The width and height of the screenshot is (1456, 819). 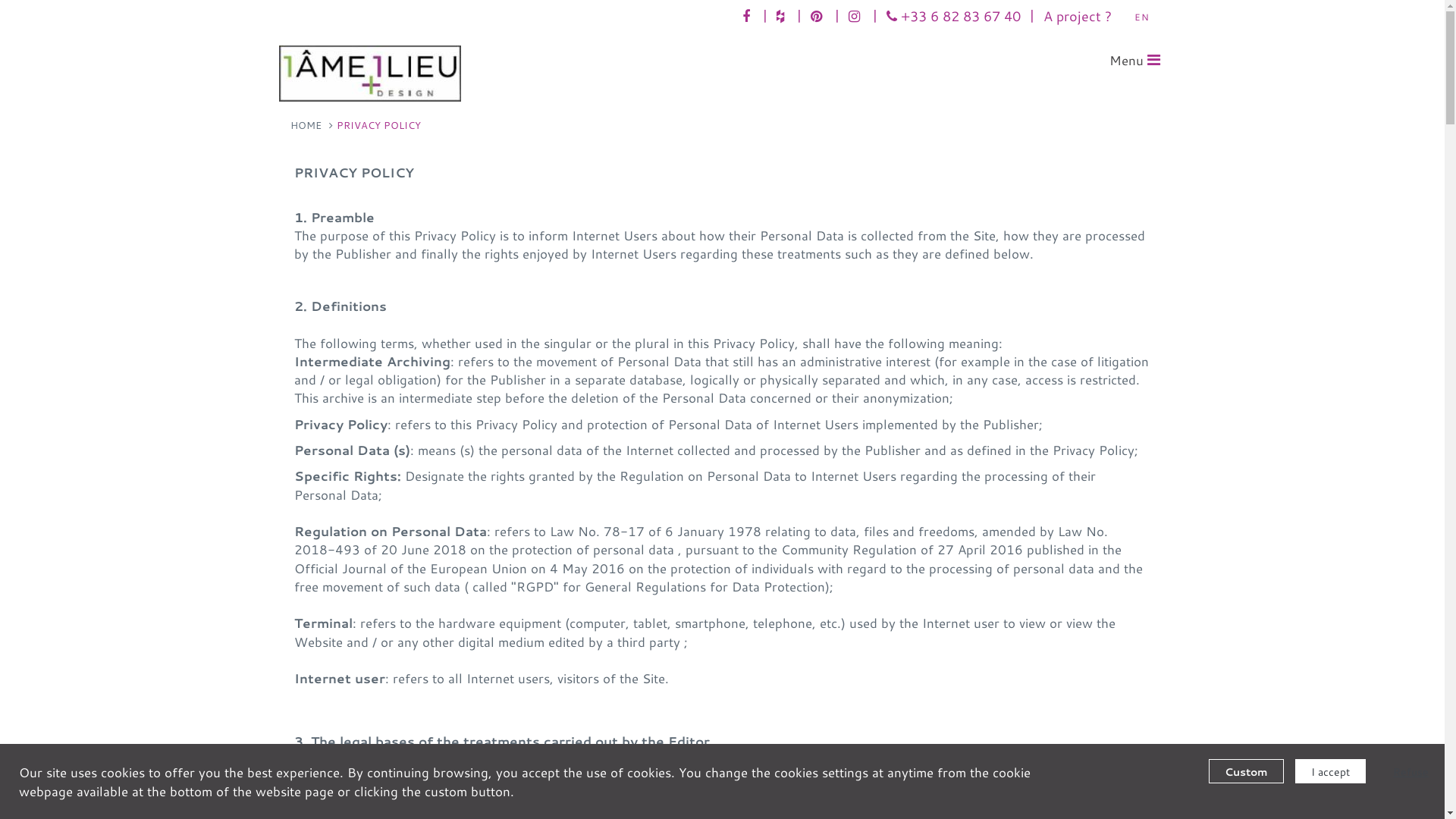 What do you see at coordinates (952, 15) in the screenshot?
I see `' +33 6 82 83 67 40'` at bounding box center [952, 15].